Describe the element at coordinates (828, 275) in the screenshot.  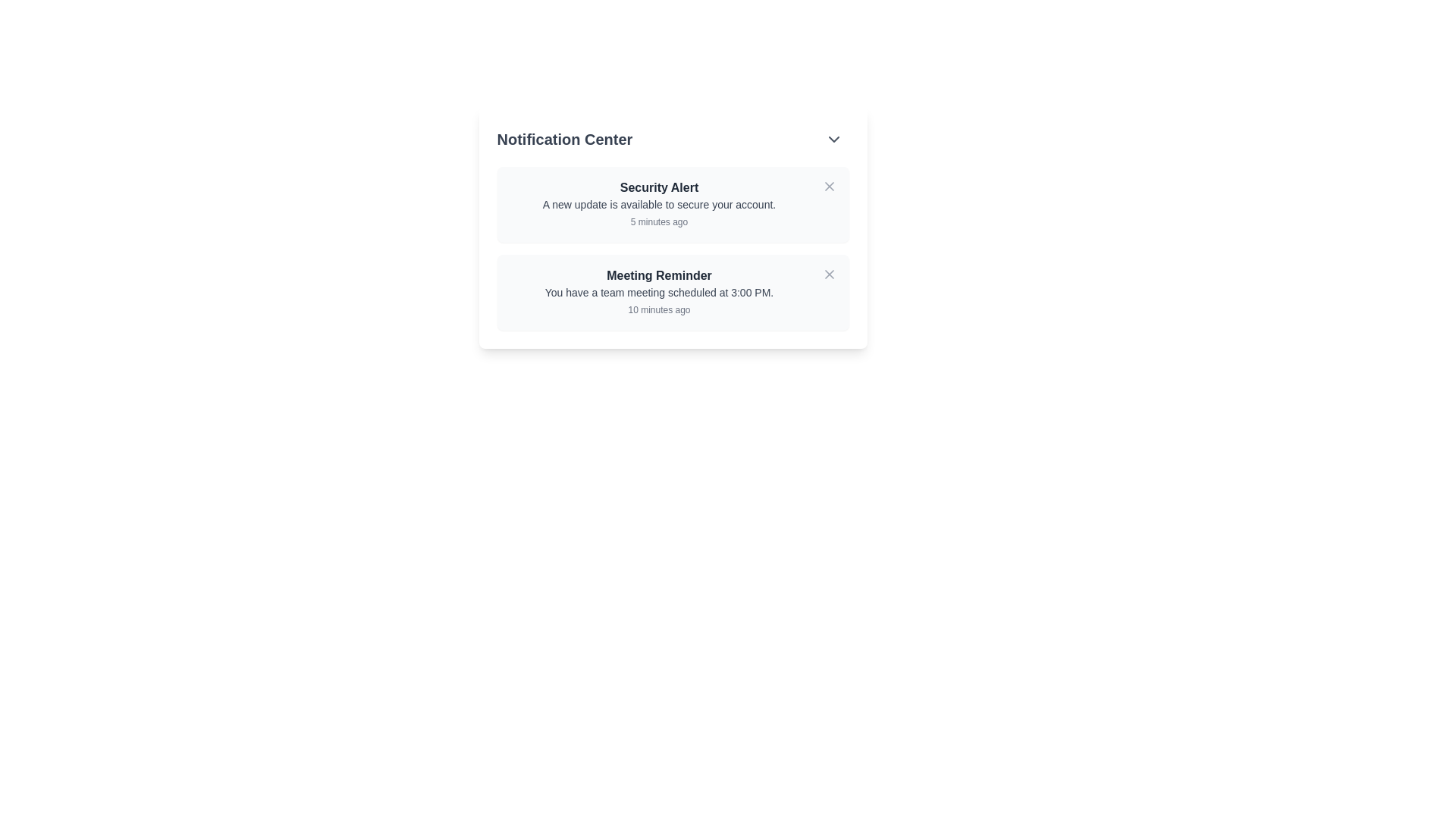
I see `the 'X' icon button in the top-right corner of the 'Meeting Reminder' notification` at that location.